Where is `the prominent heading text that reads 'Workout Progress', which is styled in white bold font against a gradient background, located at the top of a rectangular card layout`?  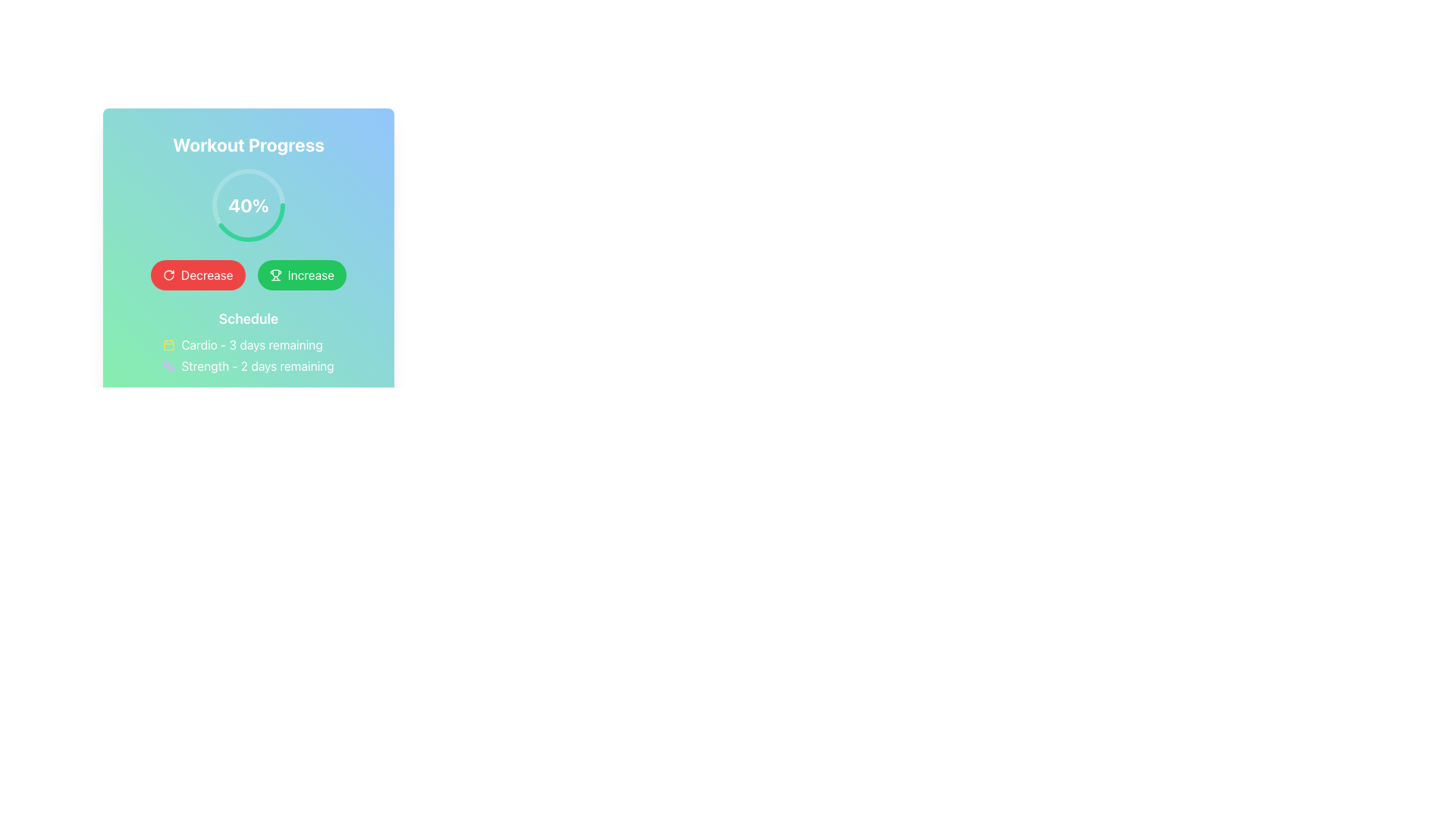 the prominent heading text that reads 'Workout Progress', which is styled in white bold font against a gradient background, located at the top of a rectangular card layout is located at coordinates (248, 145).